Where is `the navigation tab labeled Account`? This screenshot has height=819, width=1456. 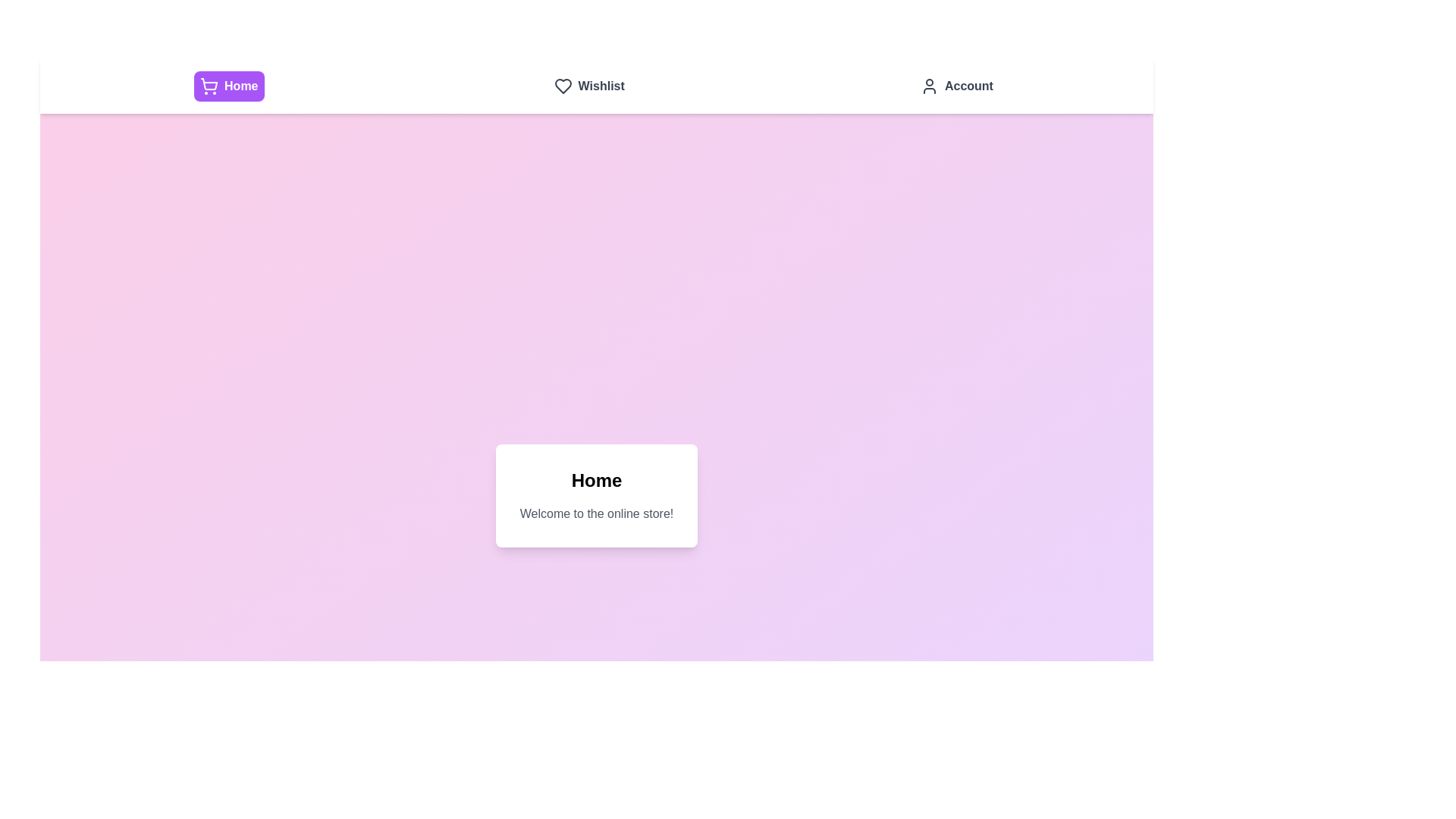
the navigation tab labeled Account is located at coordinates (955, 86).